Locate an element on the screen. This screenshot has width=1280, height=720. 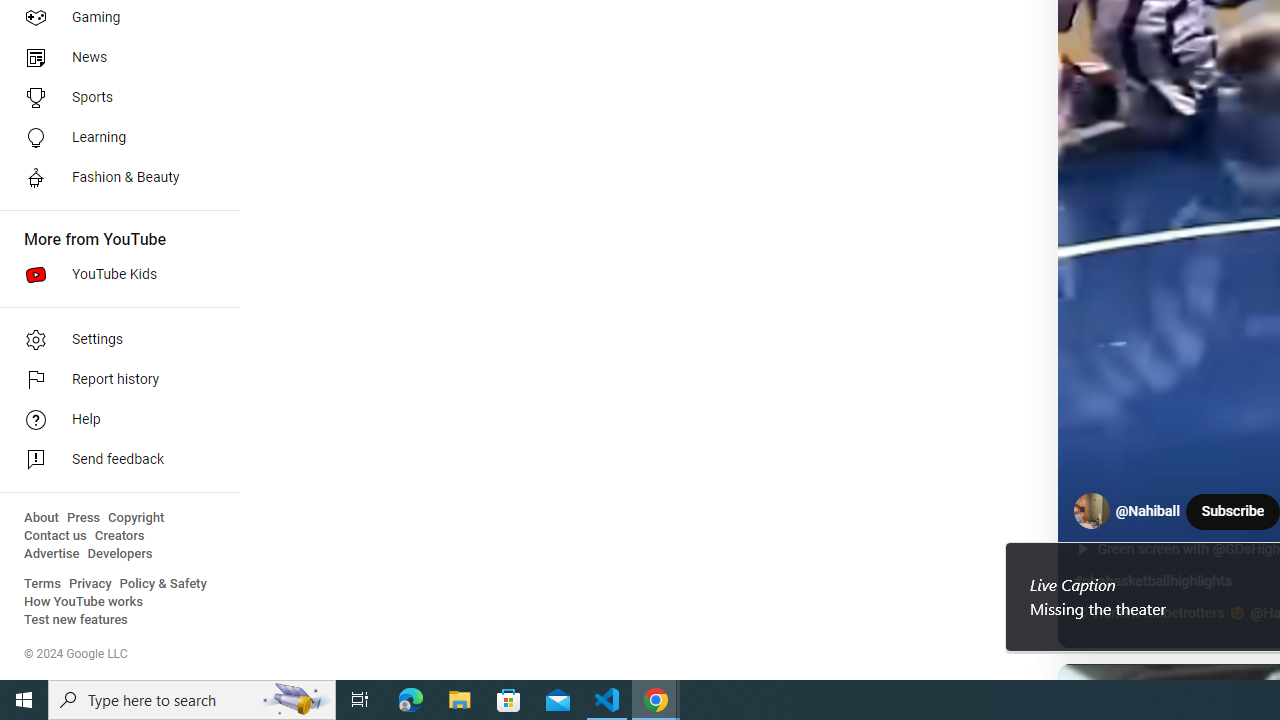
'Creators' is located at coordinates (118, 535).